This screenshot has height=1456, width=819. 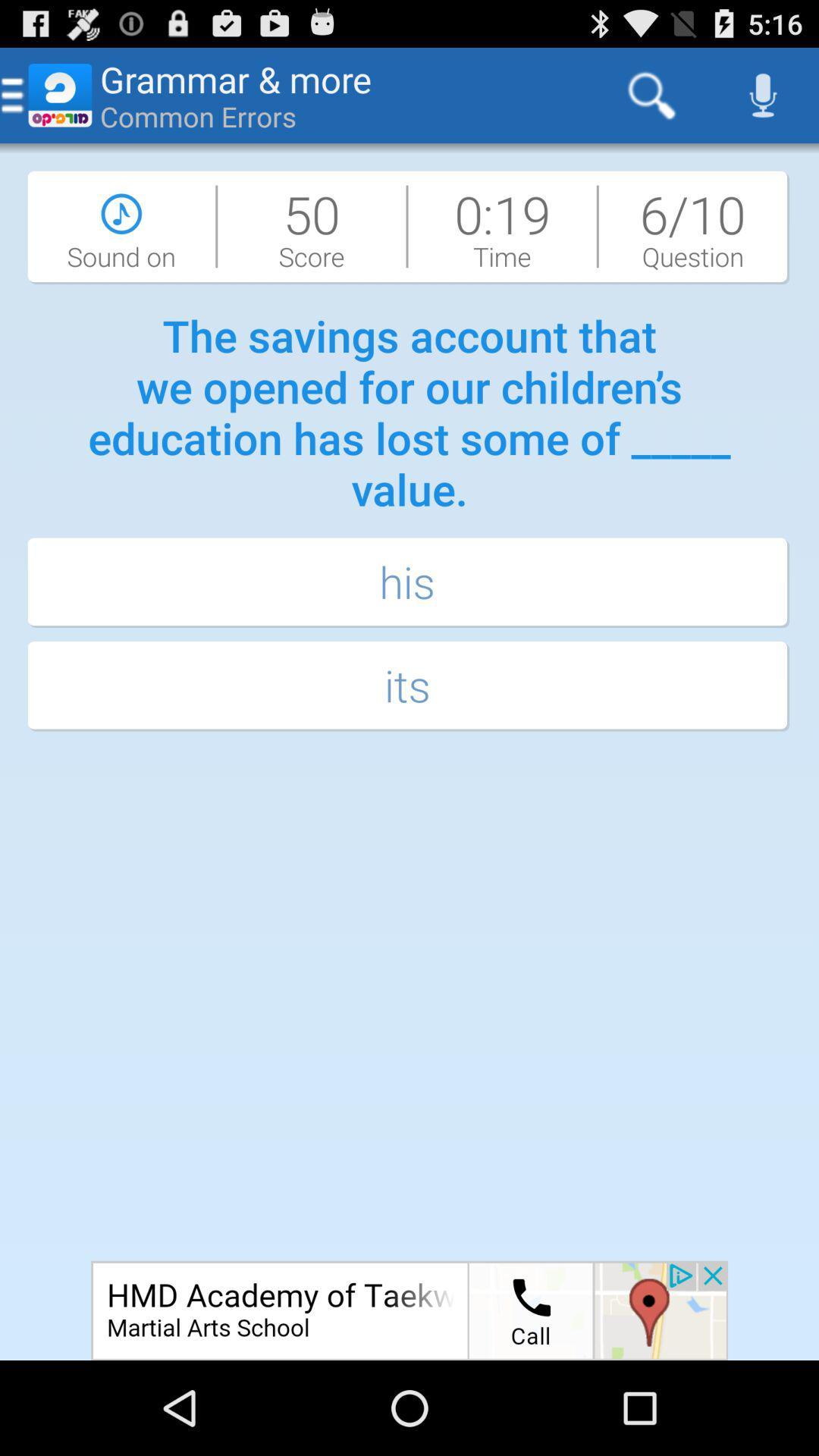 What do you see at coordinates (409, 1310) in the screenshot?
I see `visit advertisement` at bounding box center [409, 1310].